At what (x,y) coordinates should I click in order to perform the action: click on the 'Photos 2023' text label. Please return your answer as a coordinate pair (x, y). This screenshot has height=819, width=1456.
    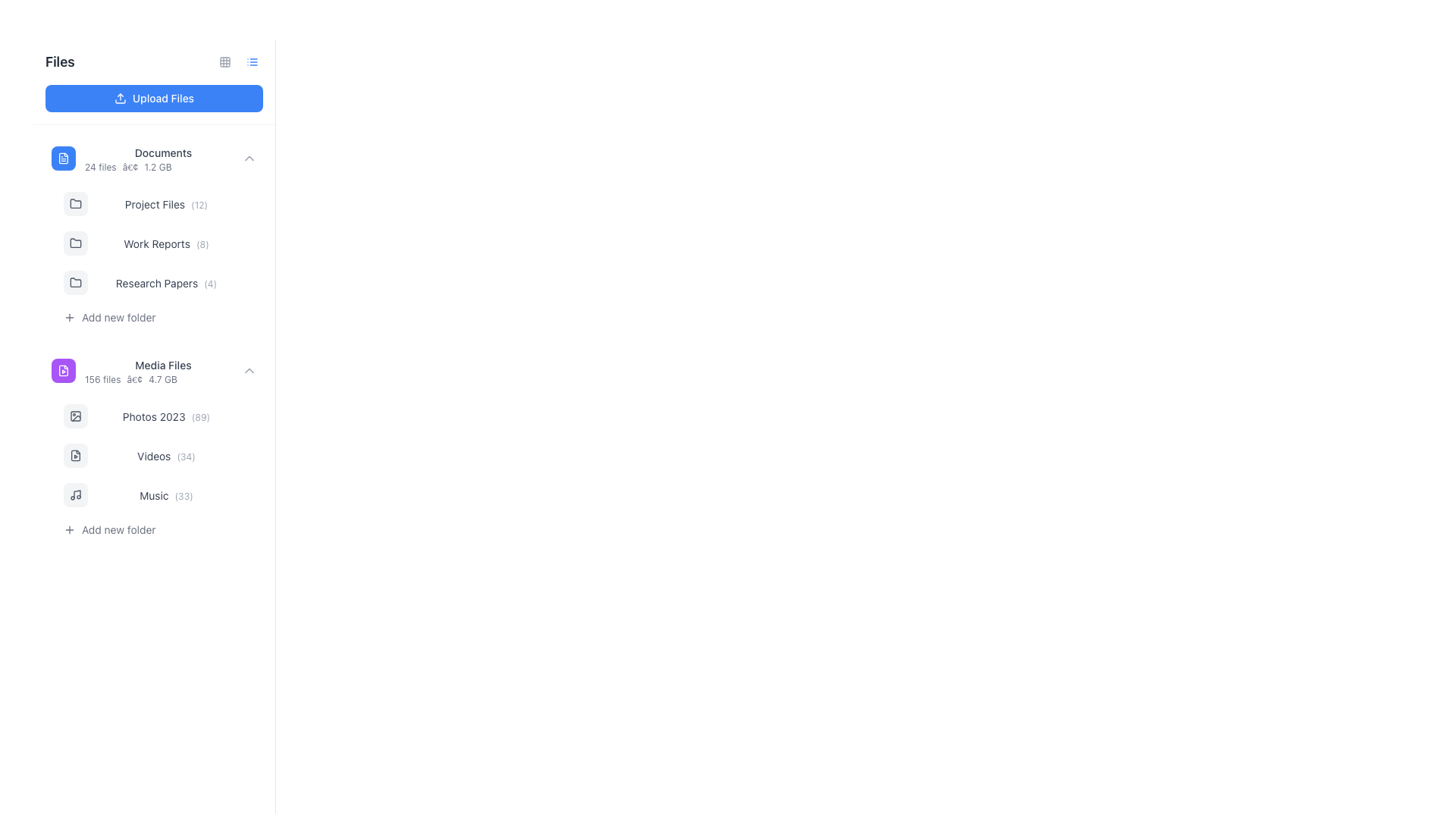
    Looking at the image, I should click on (154, 416).